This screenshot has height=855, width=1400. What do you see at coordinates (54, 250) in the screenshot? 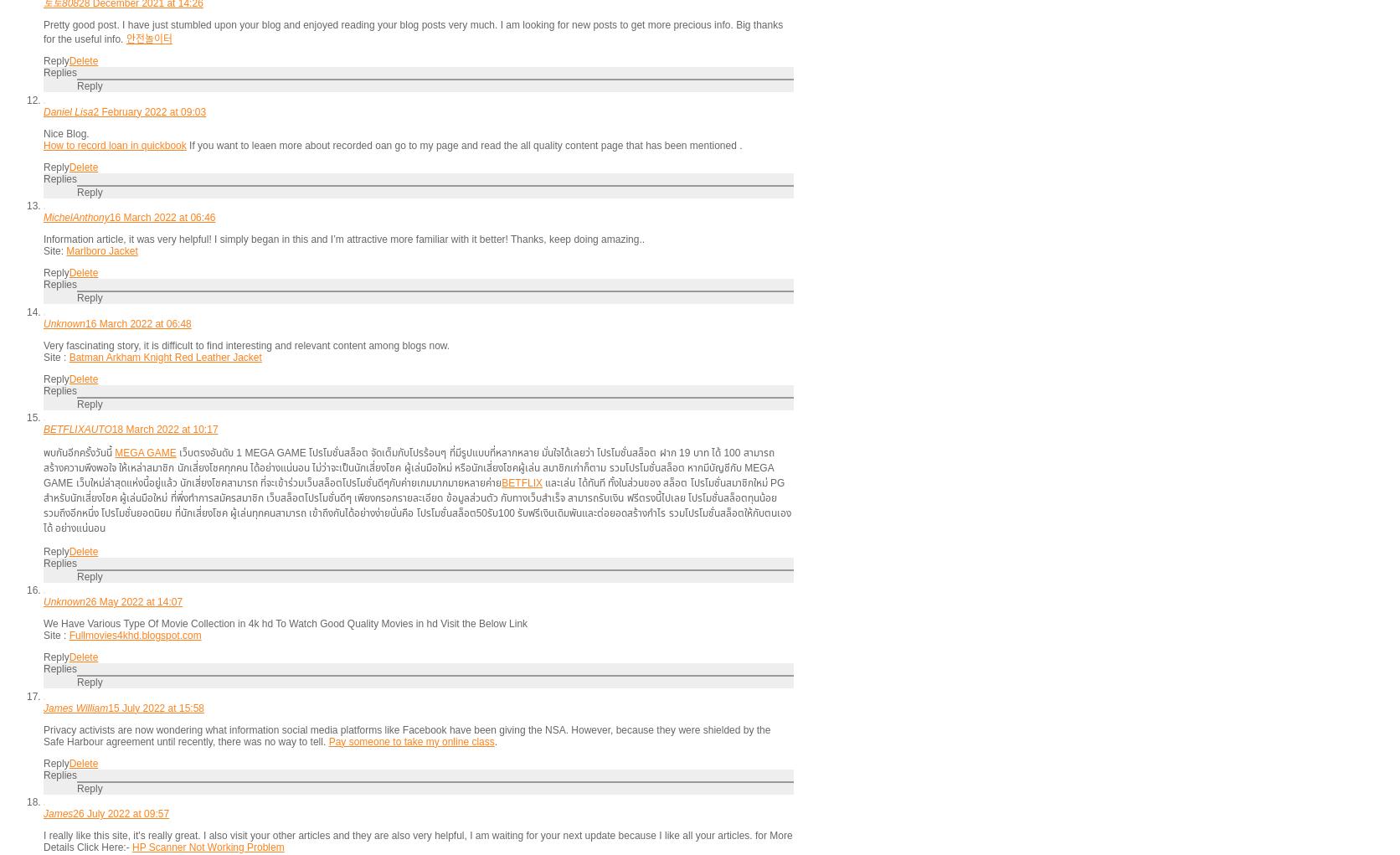
I see `'Site:'` at bounding box center [54, 250].